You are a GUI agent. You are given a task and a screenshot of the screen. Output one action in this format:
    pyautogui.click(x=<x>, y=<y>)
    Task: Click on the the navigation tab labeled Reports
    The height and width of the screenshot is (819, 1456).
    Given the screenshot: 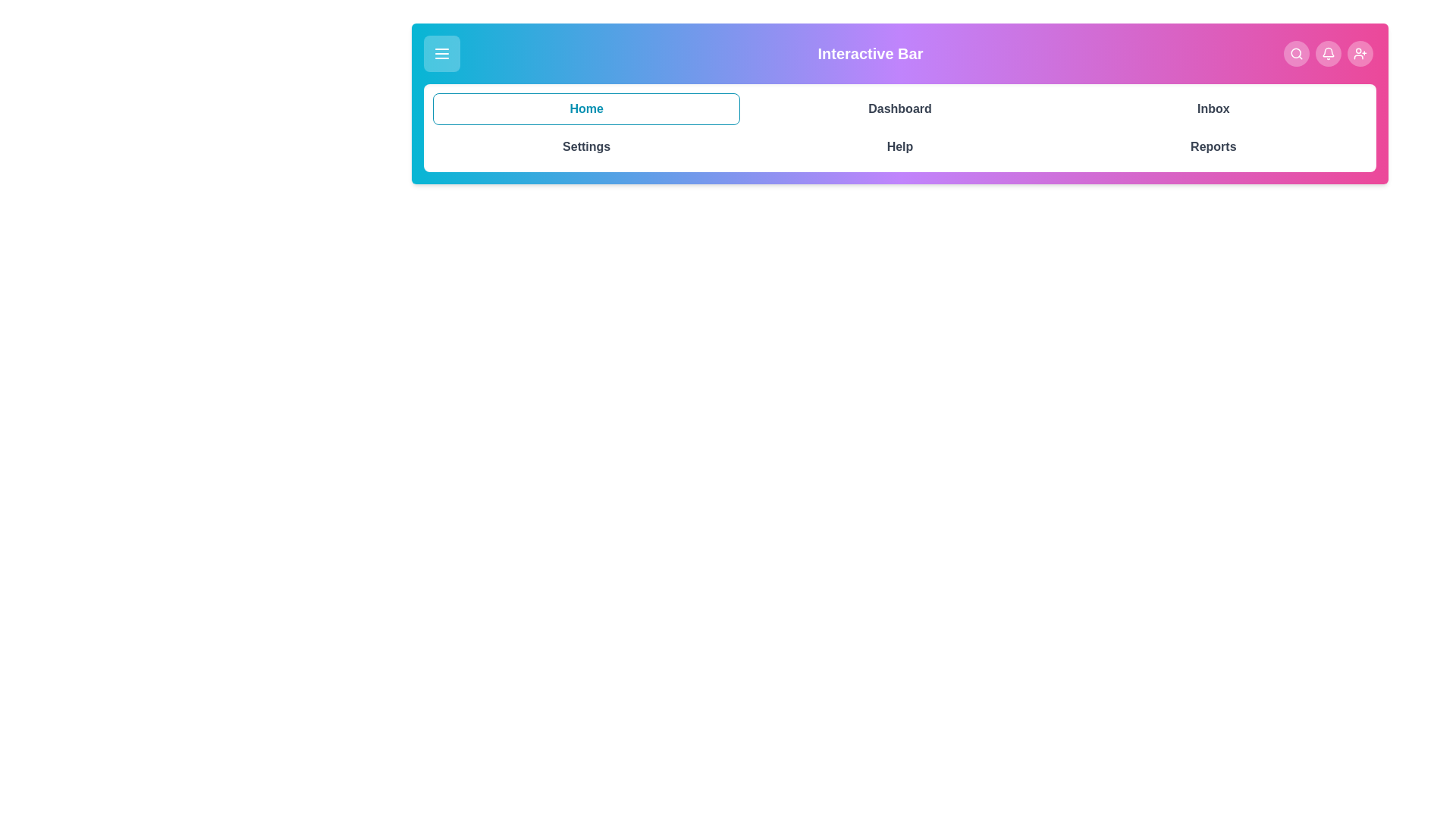 What is the action you would take?
    pyautogui.click(x=1213, y=146)
    